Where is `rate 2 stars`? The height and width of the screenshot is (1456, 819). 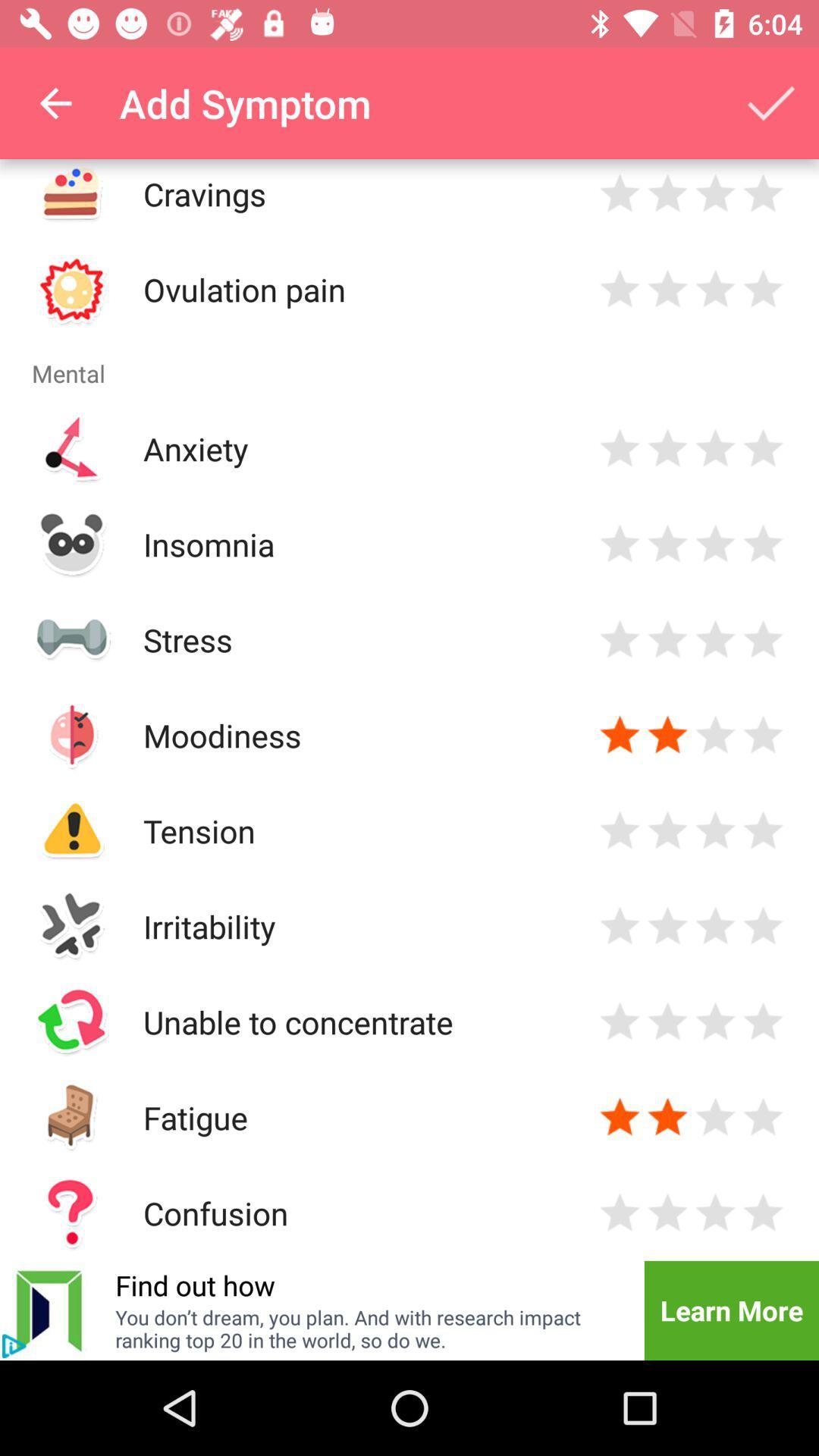
rate 2 stars is located at coordinates (667, 1117).